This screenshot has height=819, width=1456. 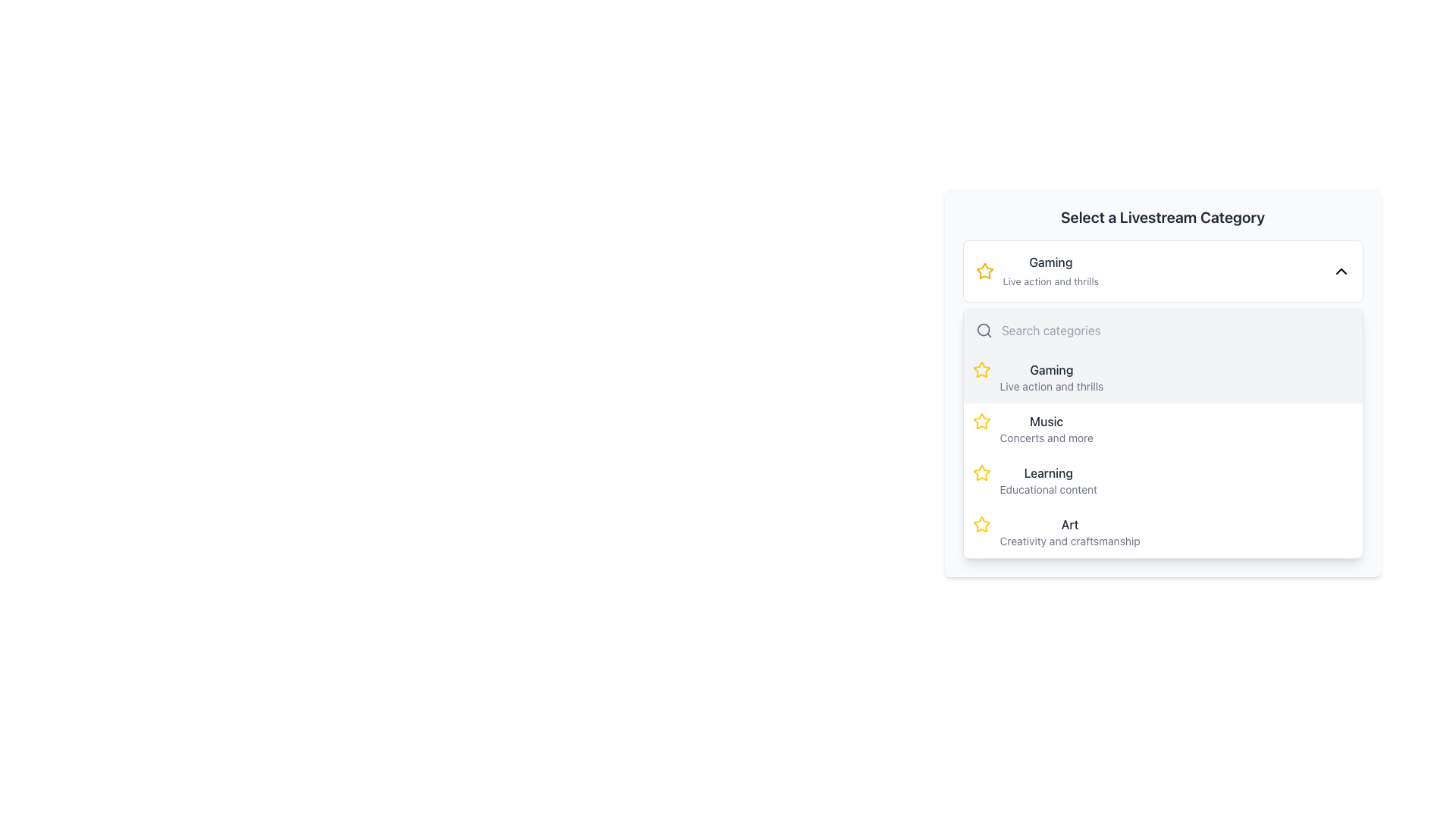 What do you see at coordinates (1050, 385) in the screenshot?
I see `the static text that serves as a subtitle for the 'Gaming' category, which is positioned directly below the 'Gaming' label in a structured list` at bounding box center [1050, 385].